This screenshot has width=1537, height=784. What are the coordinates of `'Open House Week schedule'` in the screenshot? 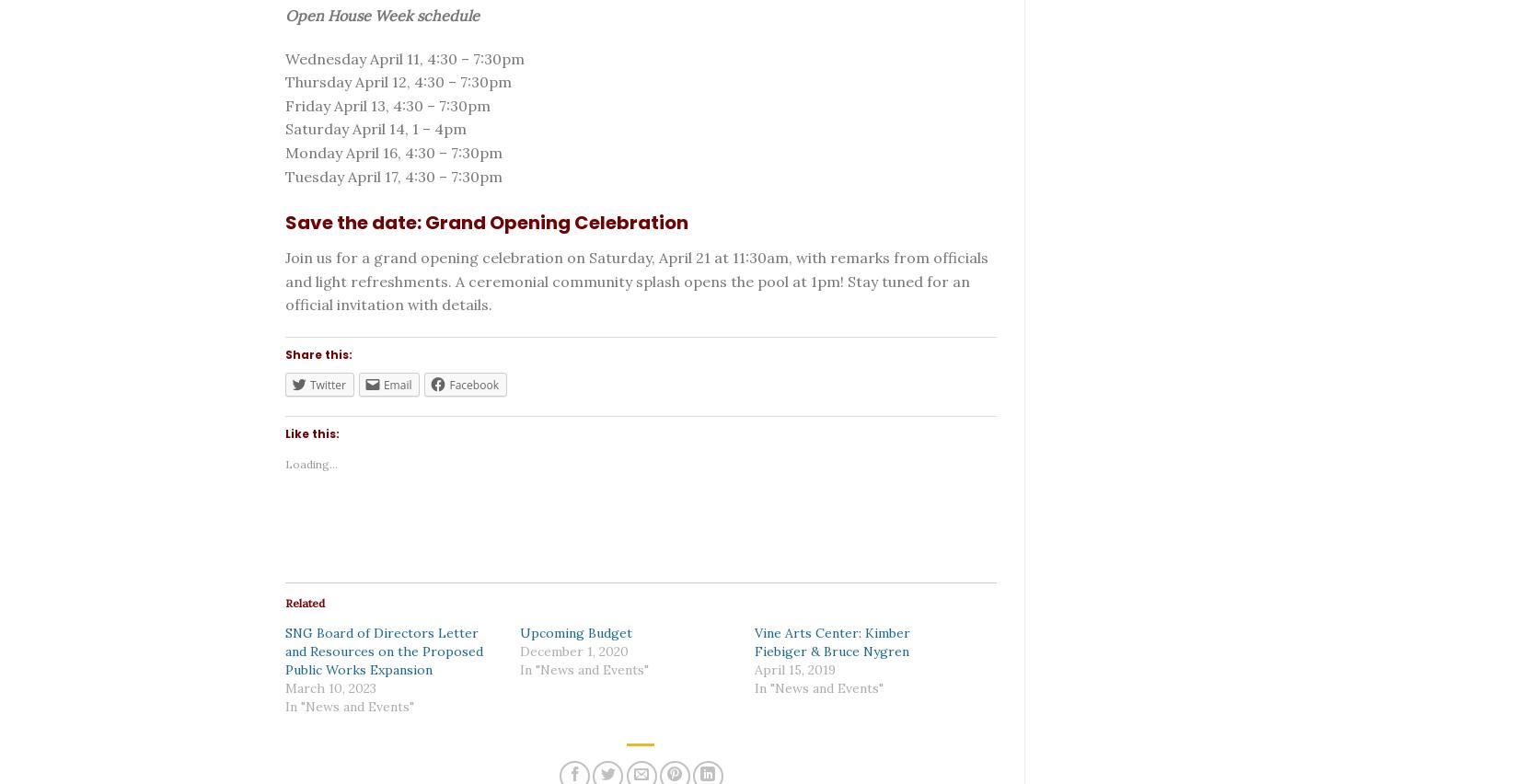 It's located at (382, 15).